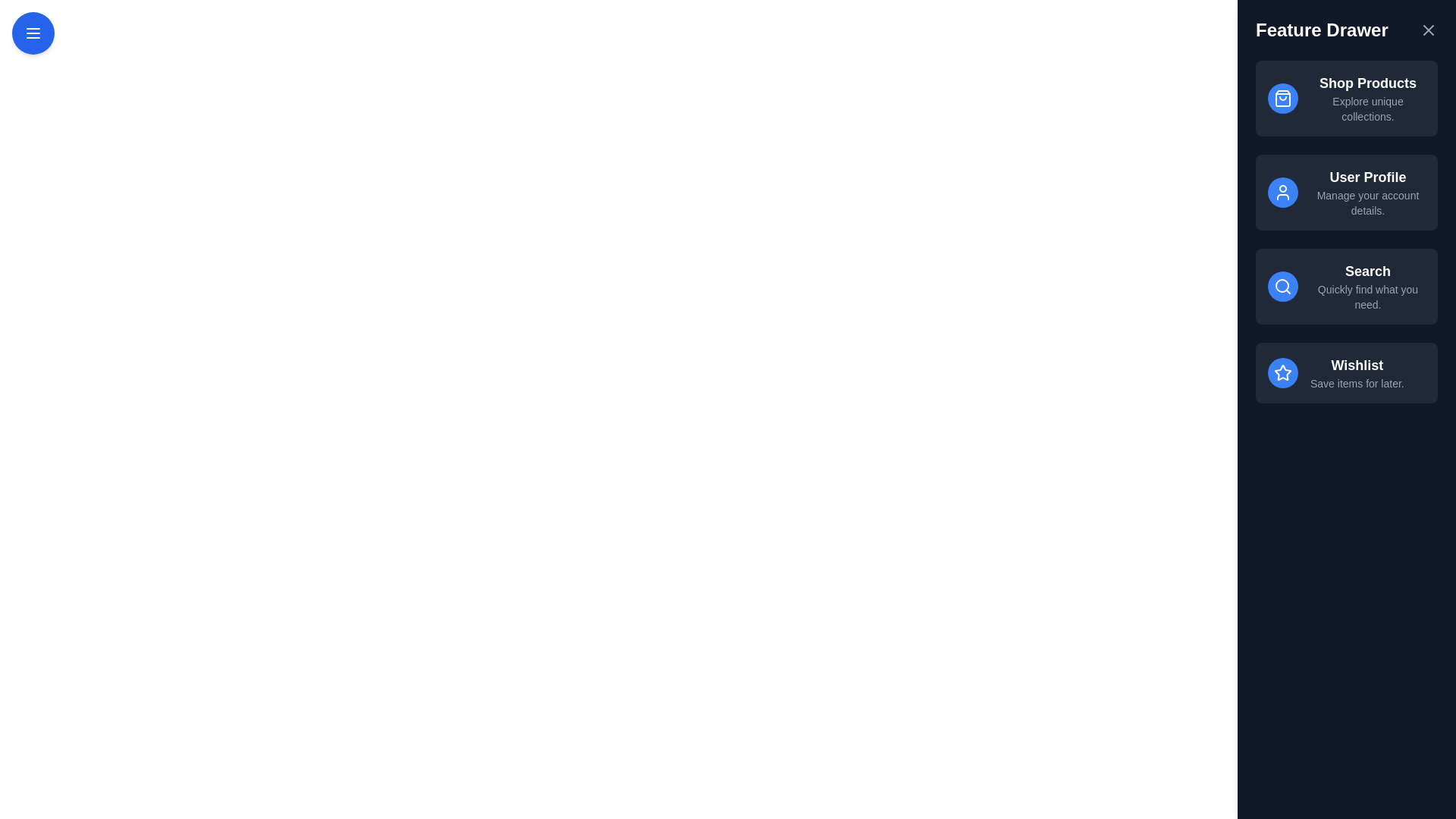  I want to click on the feature item User Profile to highlight it, so click(1347, 192).